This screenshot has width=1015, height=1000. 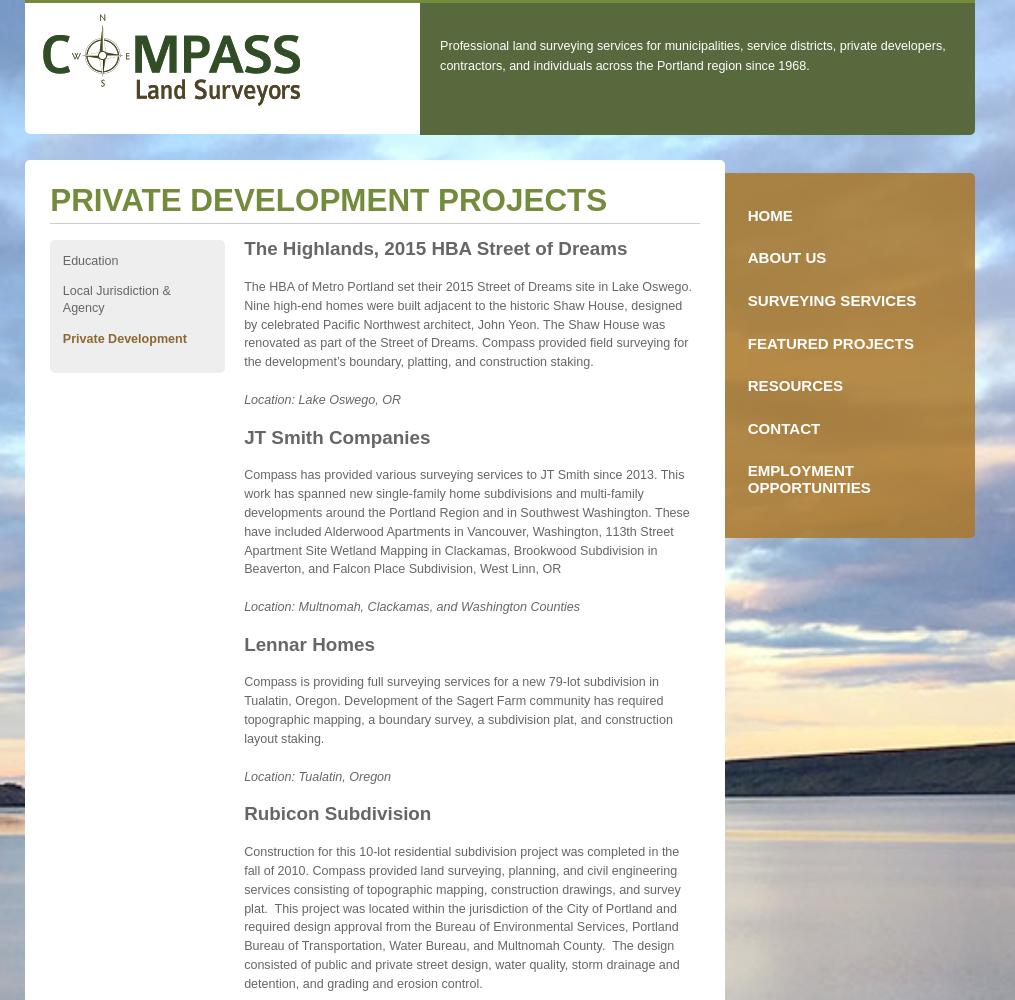 What do you see at coordinates (439, 55) in the screenshot?
I see `'Professional land surveying services for municipalities, service districts, private developers, contractors, and
								individuals across the Portland region since 1968.'` at bounding box center [439, 55].